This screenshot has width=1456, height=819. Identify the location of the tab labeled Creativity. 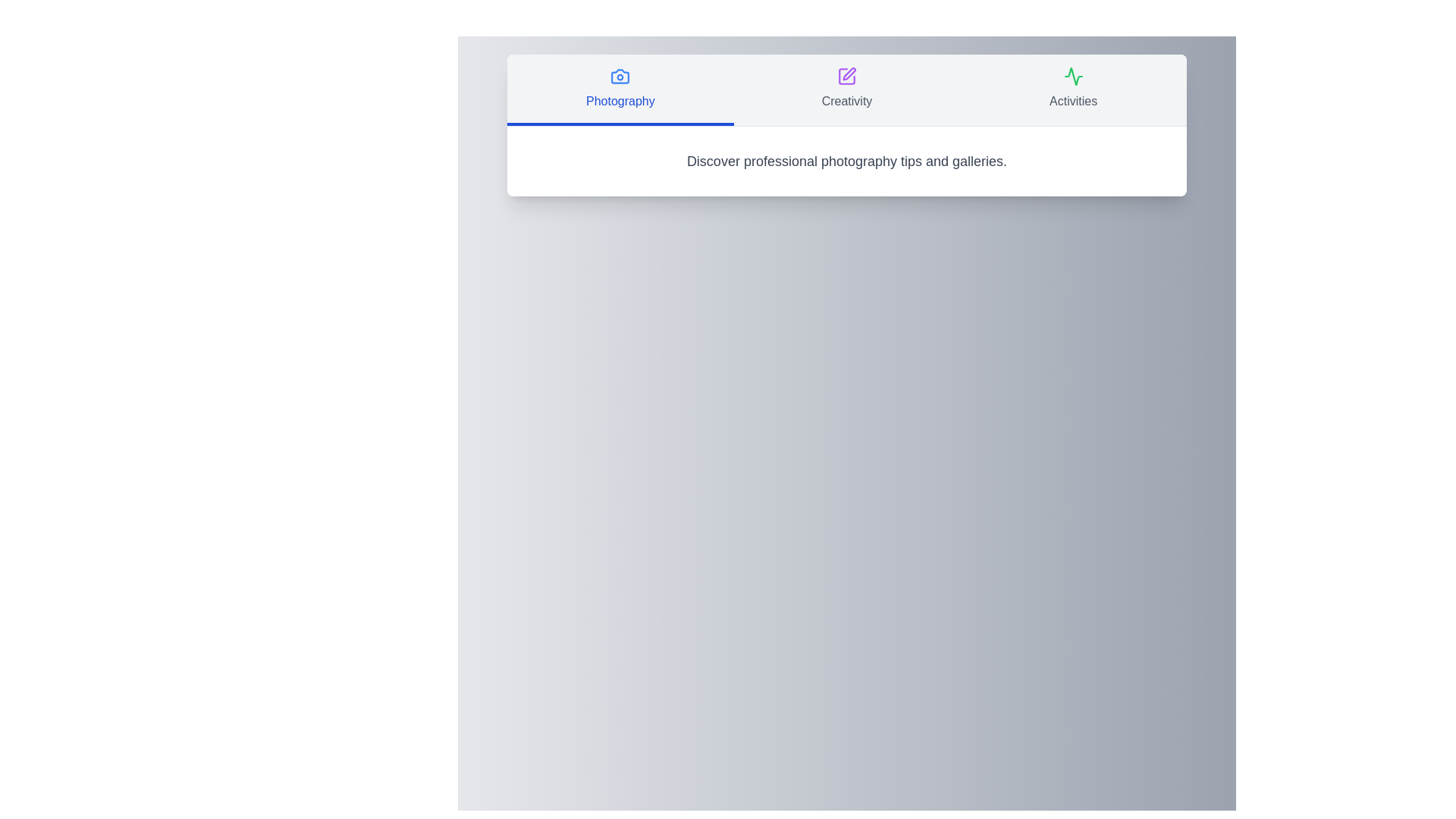
(846, 90).